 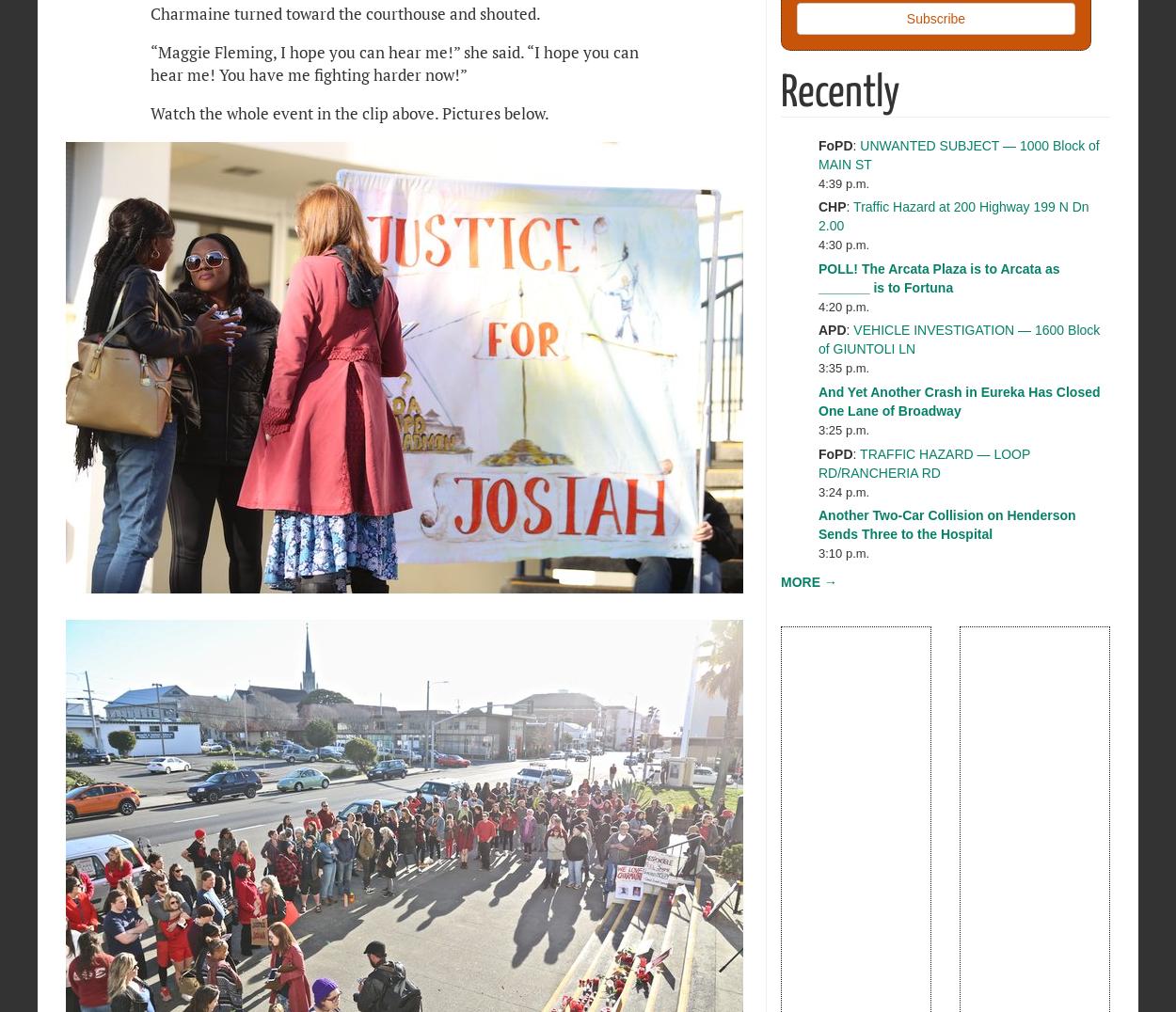 I want to click on 'TRAFFIC HAZARD — LOOP RD/RANCHERIA RD', so click(x=817, y=461).